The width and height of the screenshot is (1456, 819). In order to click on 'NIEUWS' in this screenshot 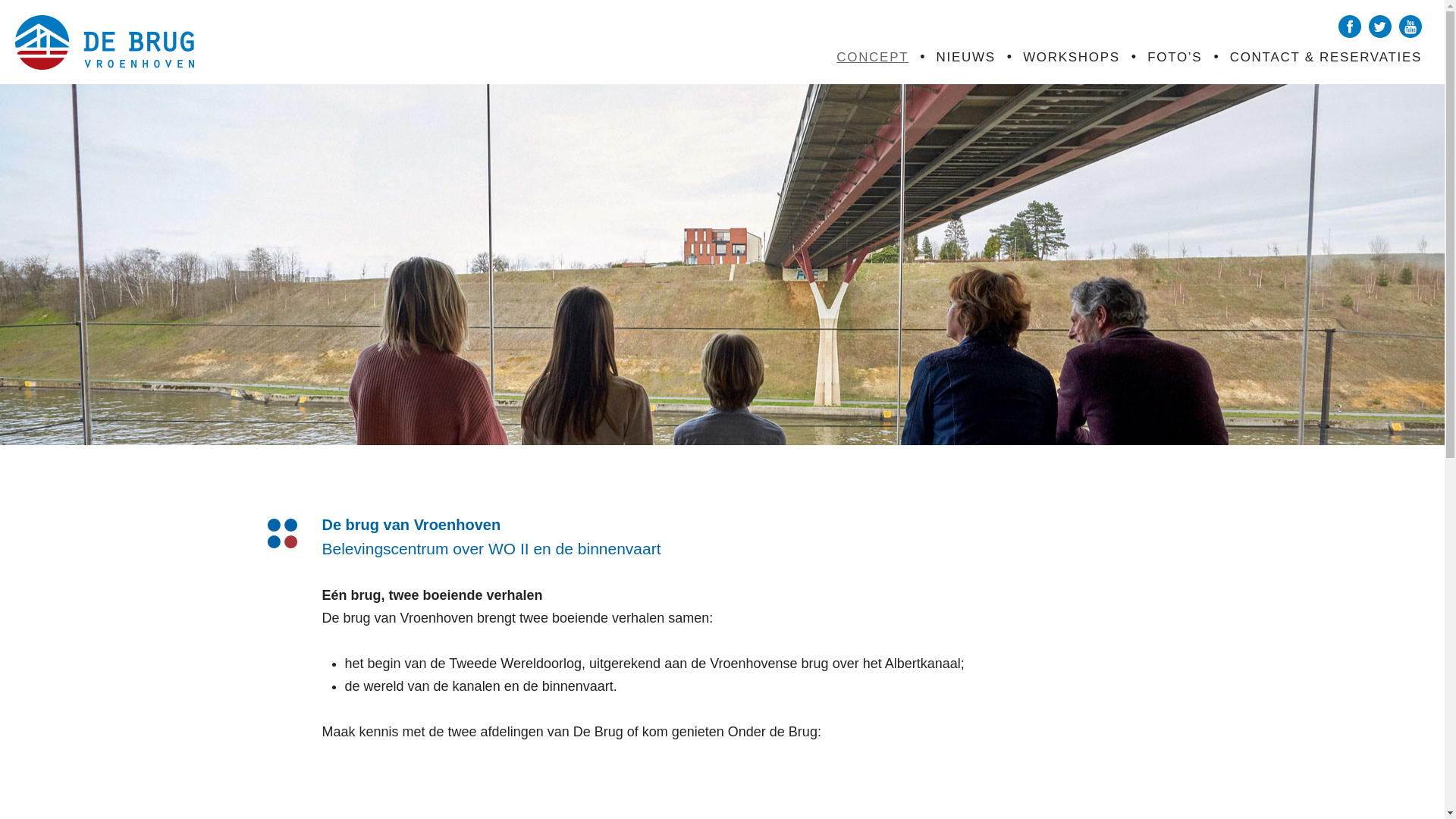, I will do `click(965, 56)`.